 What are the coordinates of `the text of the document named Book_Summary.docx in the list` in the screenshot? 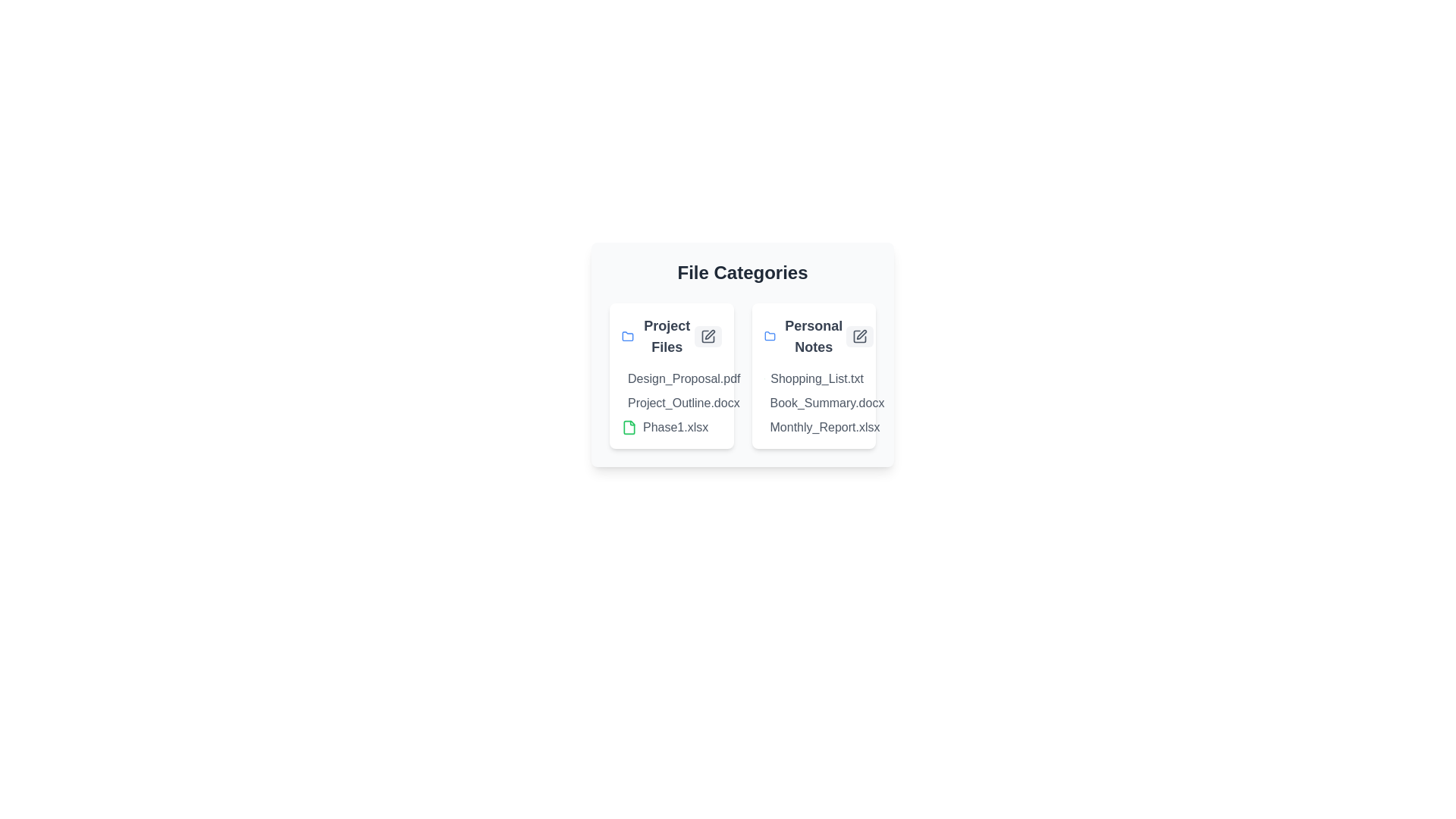 It's located at (764, 403).